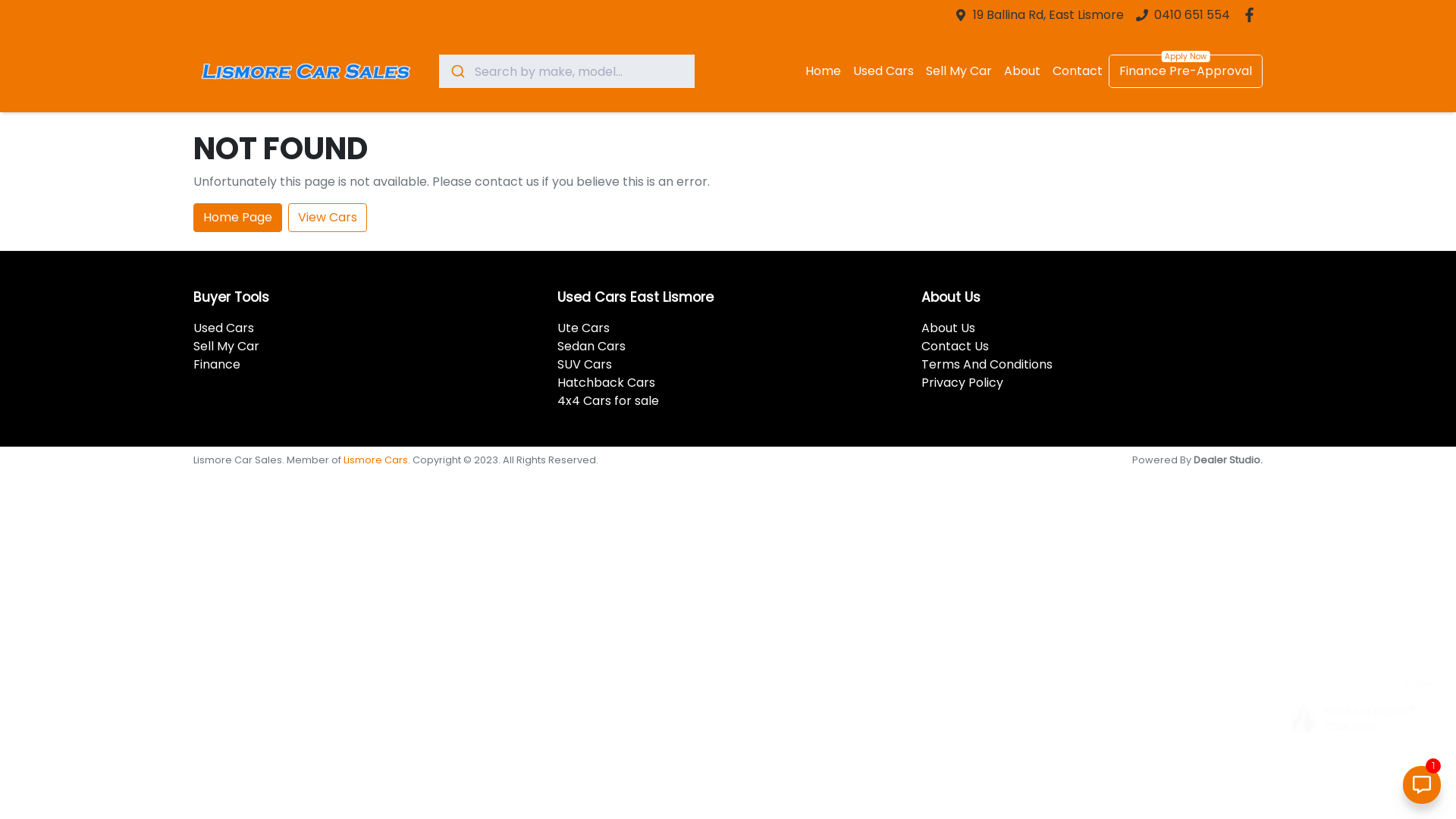 The image size is (1456, 819). I want to click on 'View Cars', so click(327, 217).